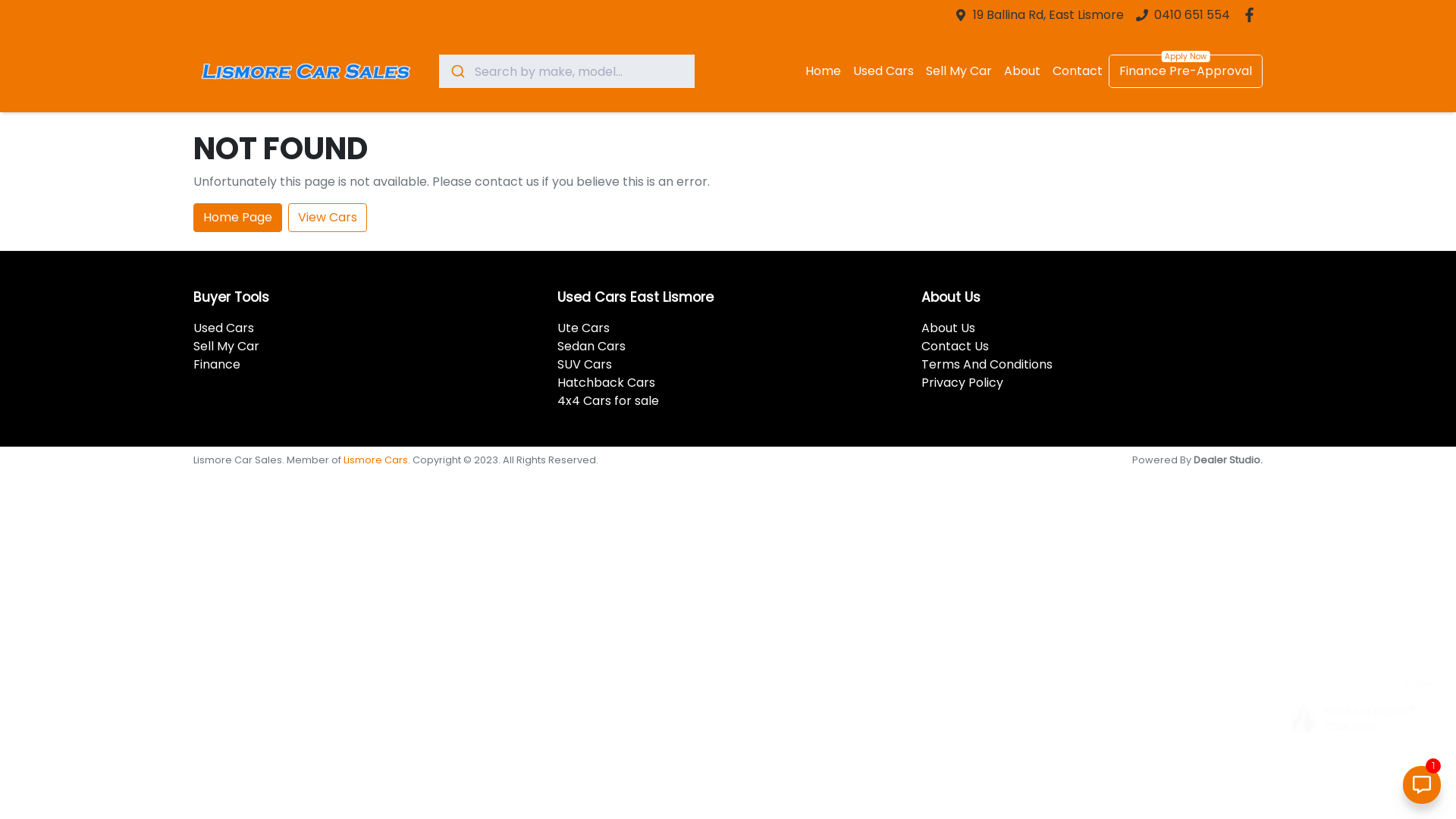 The image size is (1456, 819). I want to click on 'View Cars', so click(327, 217).